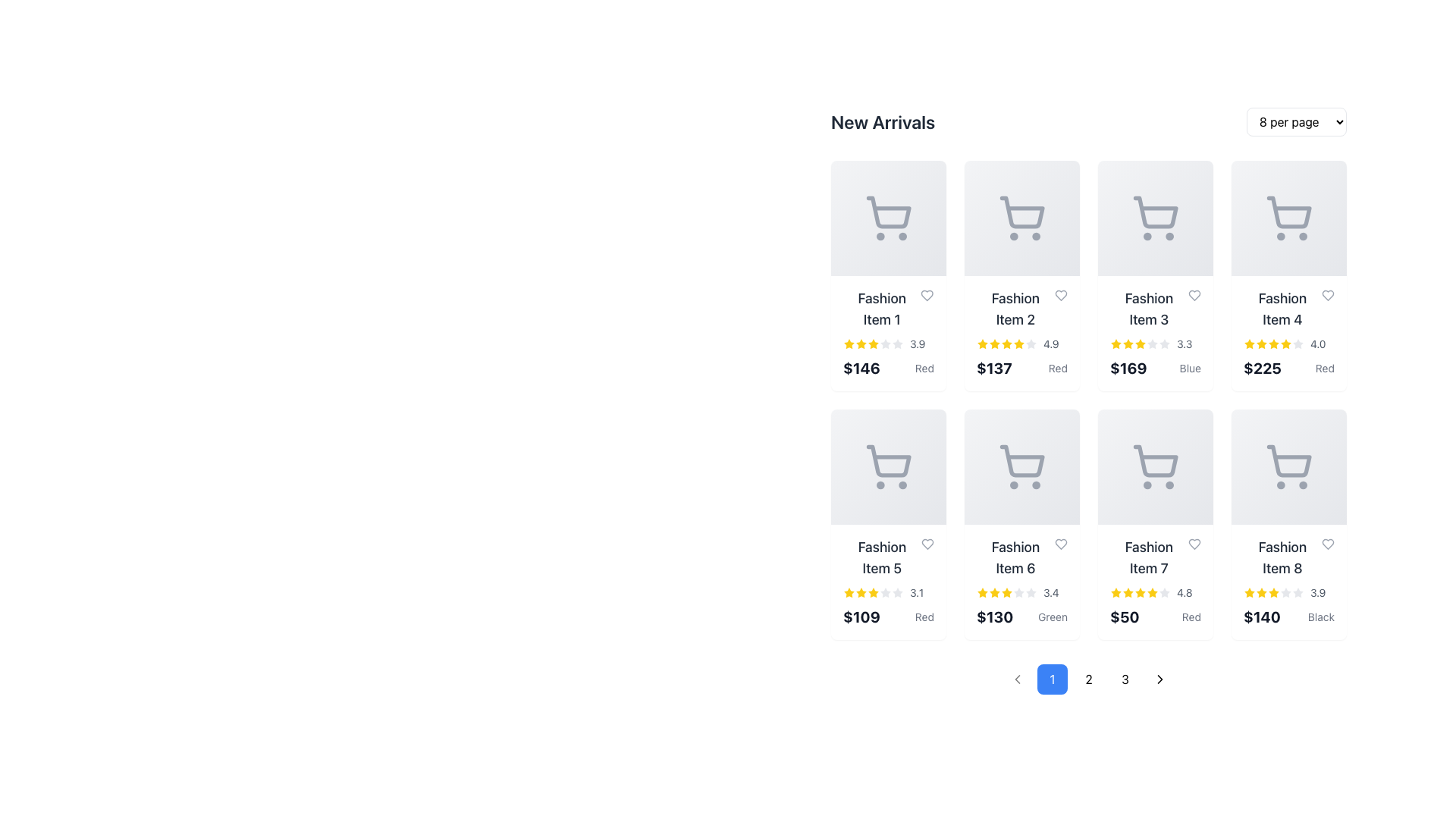 Image resolution: width=1456 pixels, height=819 pixels. What do you see at coordinates (888, 369) in the screenshot?
I see `the price label displaying '$146' in bold red text at the bottom of the first item in the 'New Arrivals' section` at bounding box center [888, 369].